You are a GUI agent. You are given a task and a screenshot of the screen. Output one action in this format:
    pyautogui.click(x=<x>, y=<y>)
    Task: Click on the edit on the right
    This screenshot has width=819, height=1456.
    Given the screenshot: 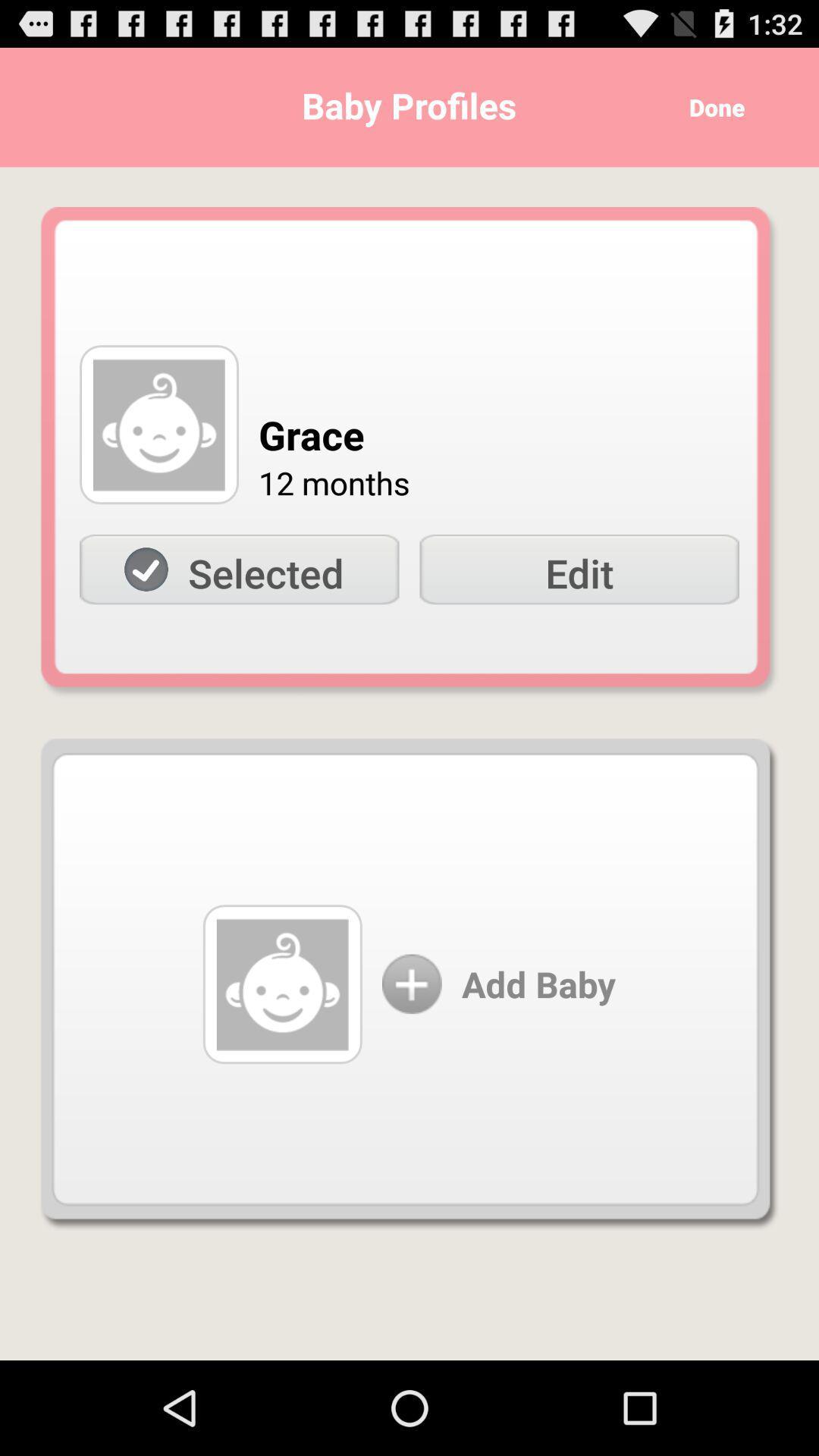 What is the action you would take?
    pyautogui.click(x=579, y=569)
    